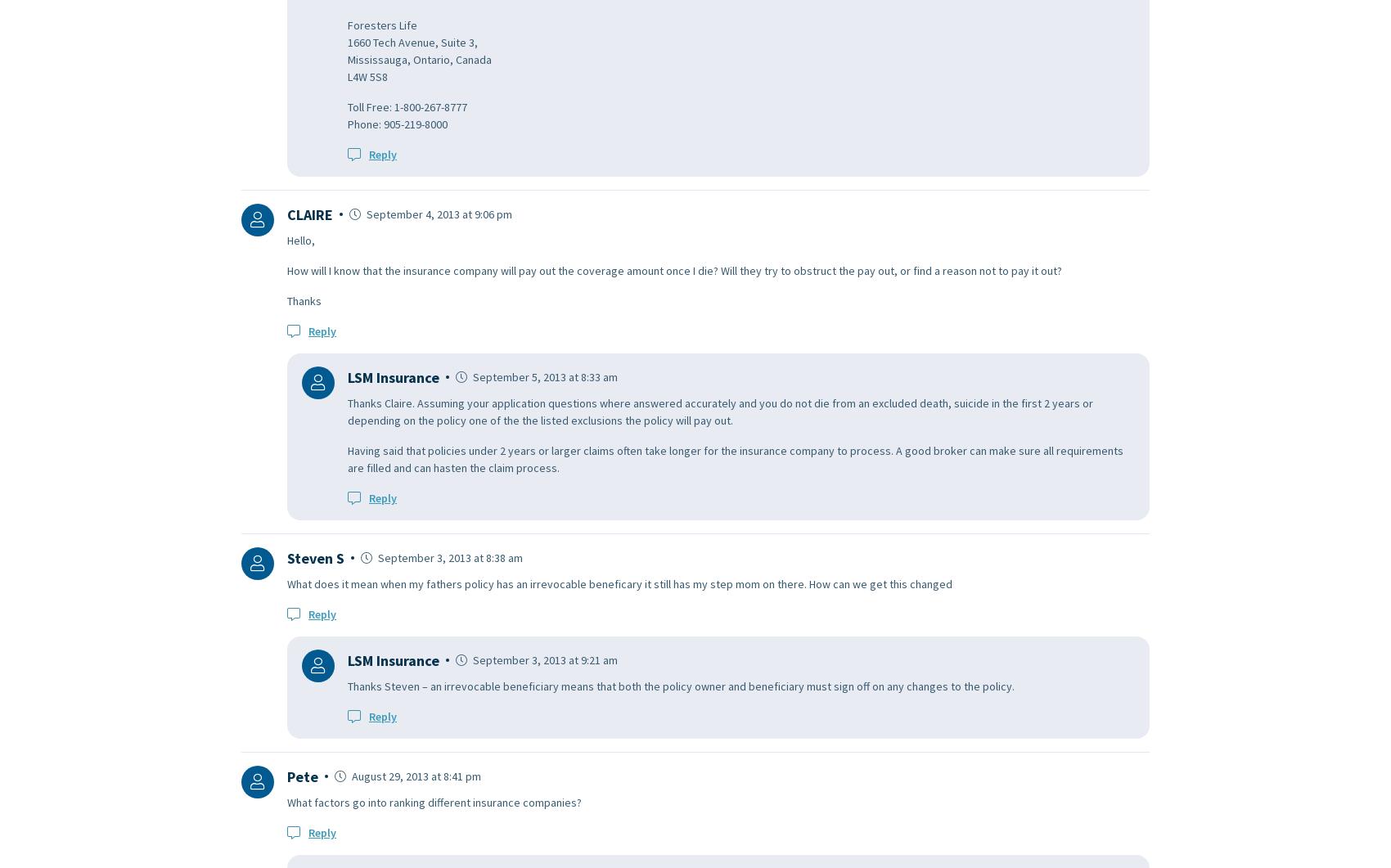 This screenshot has height=868, width=1391. I want to click on 'Foresters Life', so click(382, 25).